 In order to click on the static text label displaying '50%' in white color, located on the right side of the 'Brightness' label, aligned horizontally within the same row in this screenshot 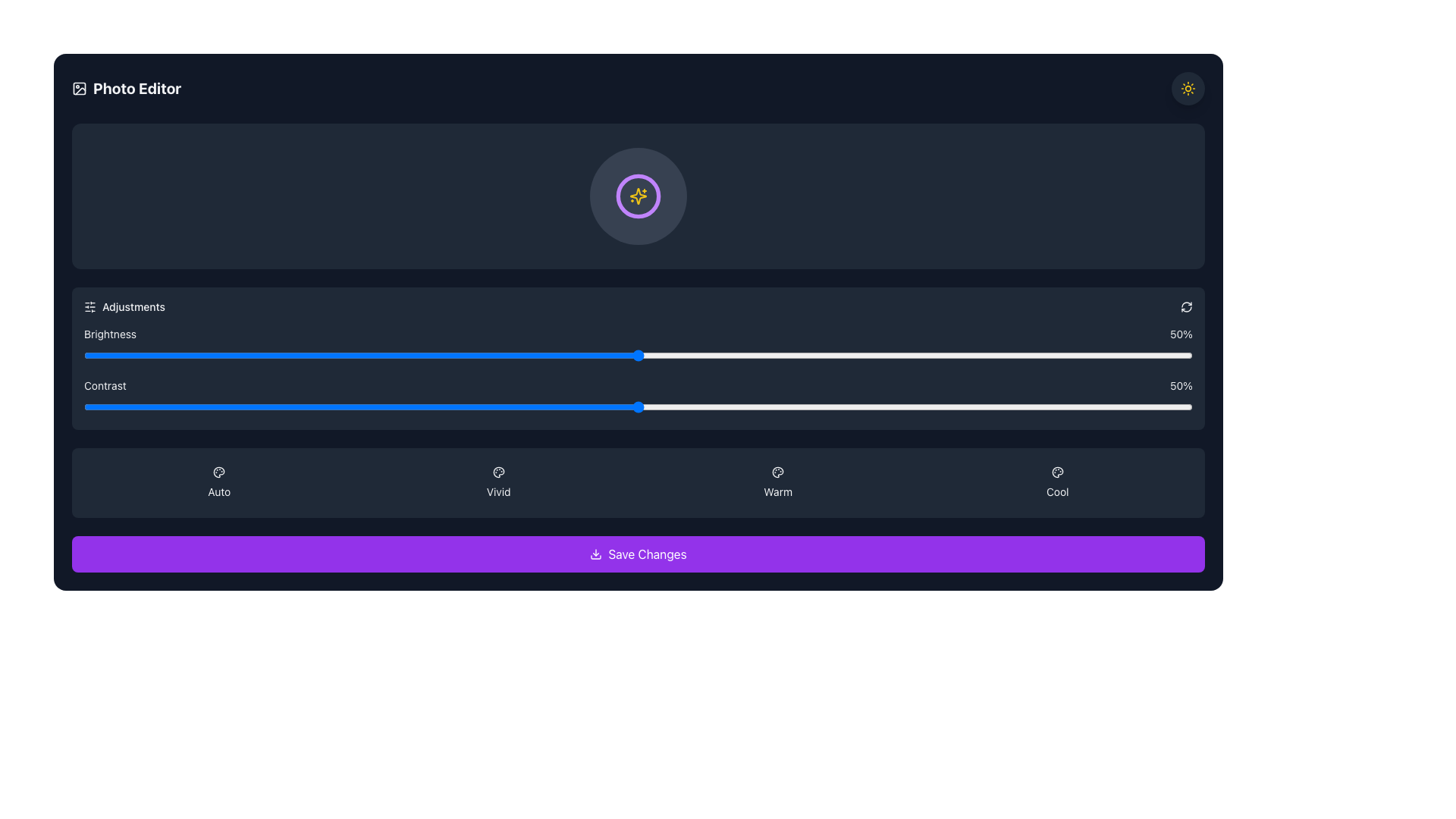, I will do `click(1181, 333)`.